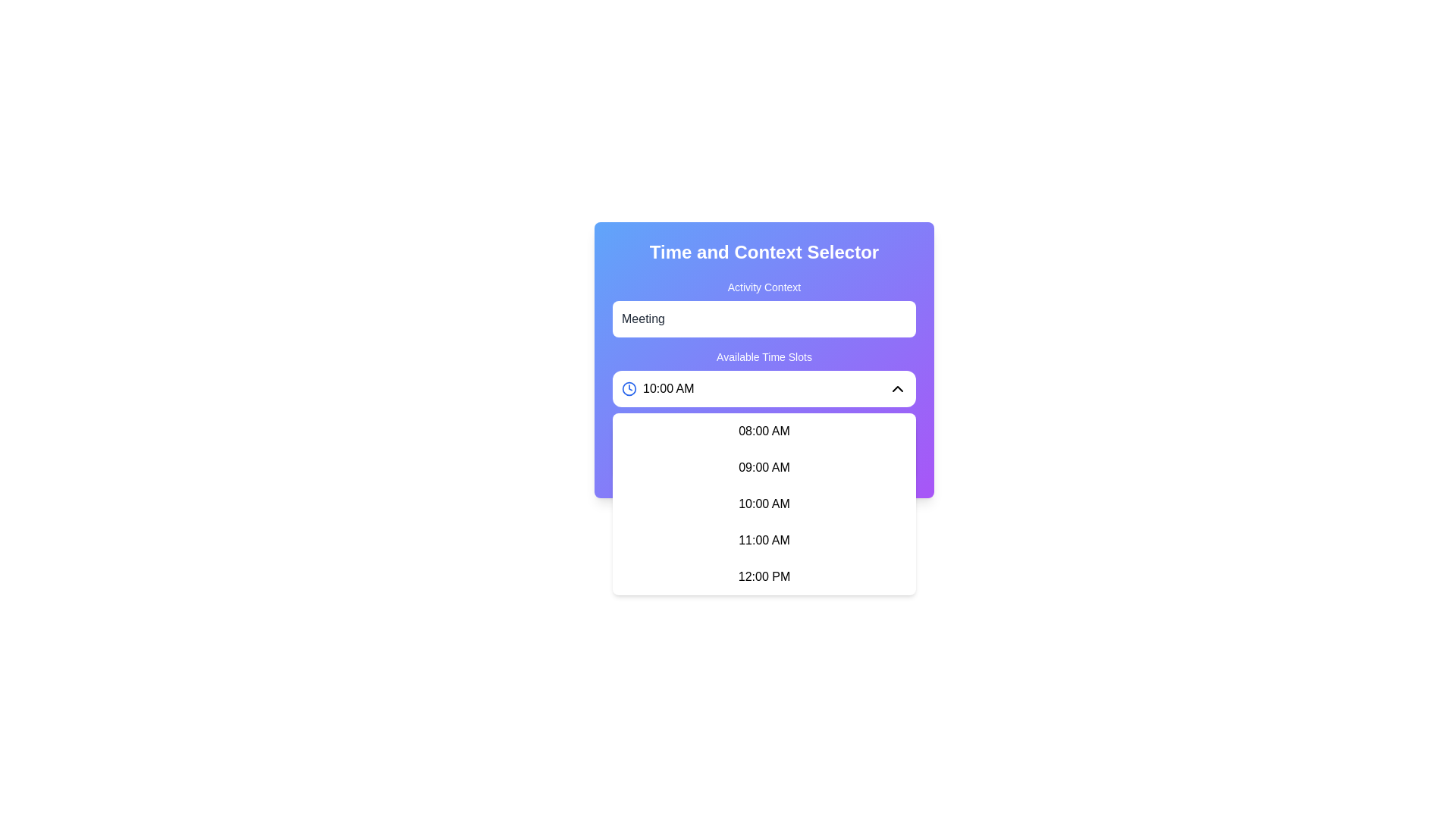 The height and width of the screenshot is (819, 1456). I want to click on the dropdown menu in the 'Time and Context Selector' component, so click(764, 359).